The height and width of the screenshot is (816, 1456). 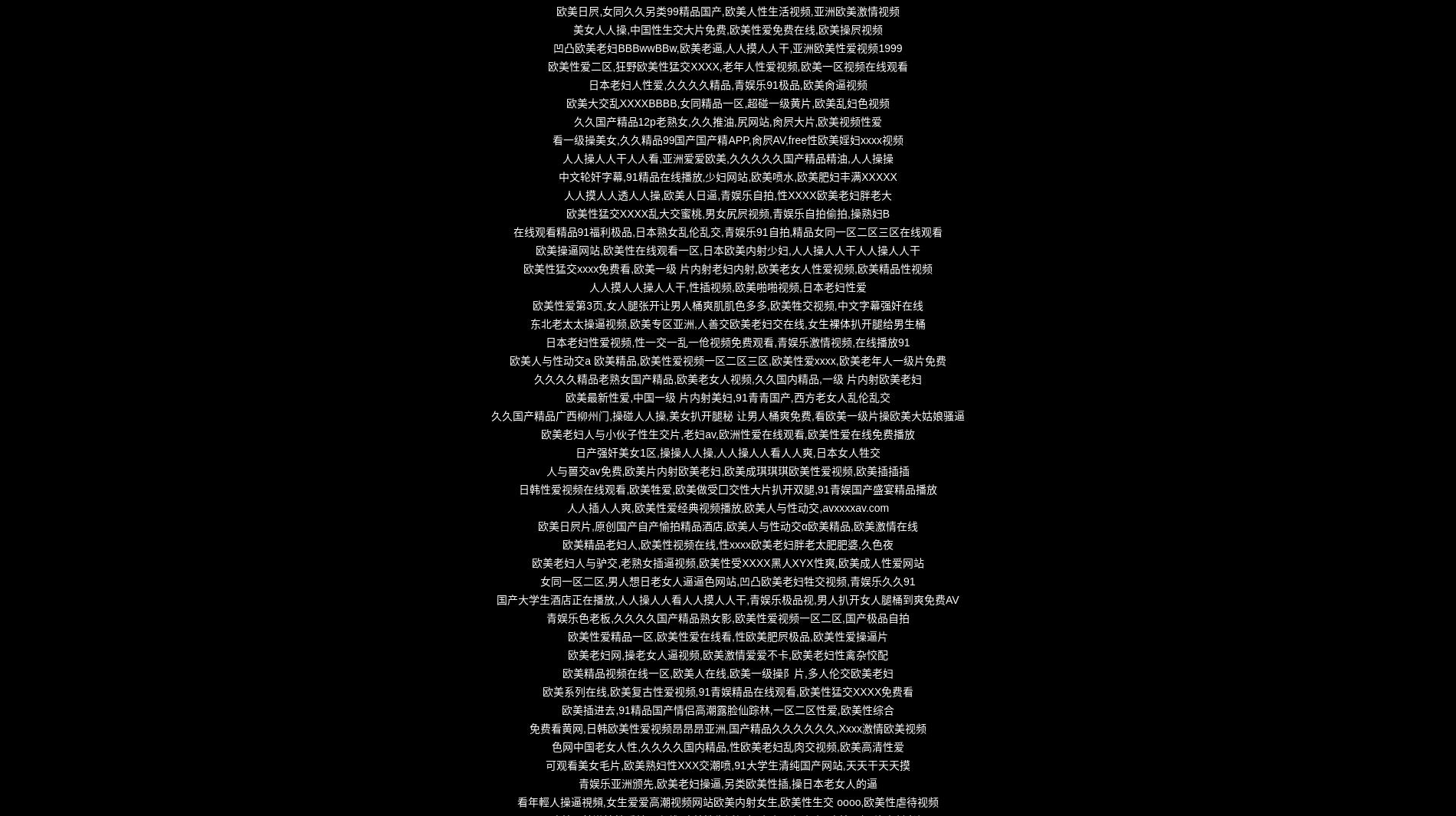 What do you see at coordinates (726, 103) in the screenshot?
I see `'欧美大交乱XXXXBBBB,女同精品一区,超碰一级黄片,欧美乱妇色视频'` at bounding box center [726, 103].